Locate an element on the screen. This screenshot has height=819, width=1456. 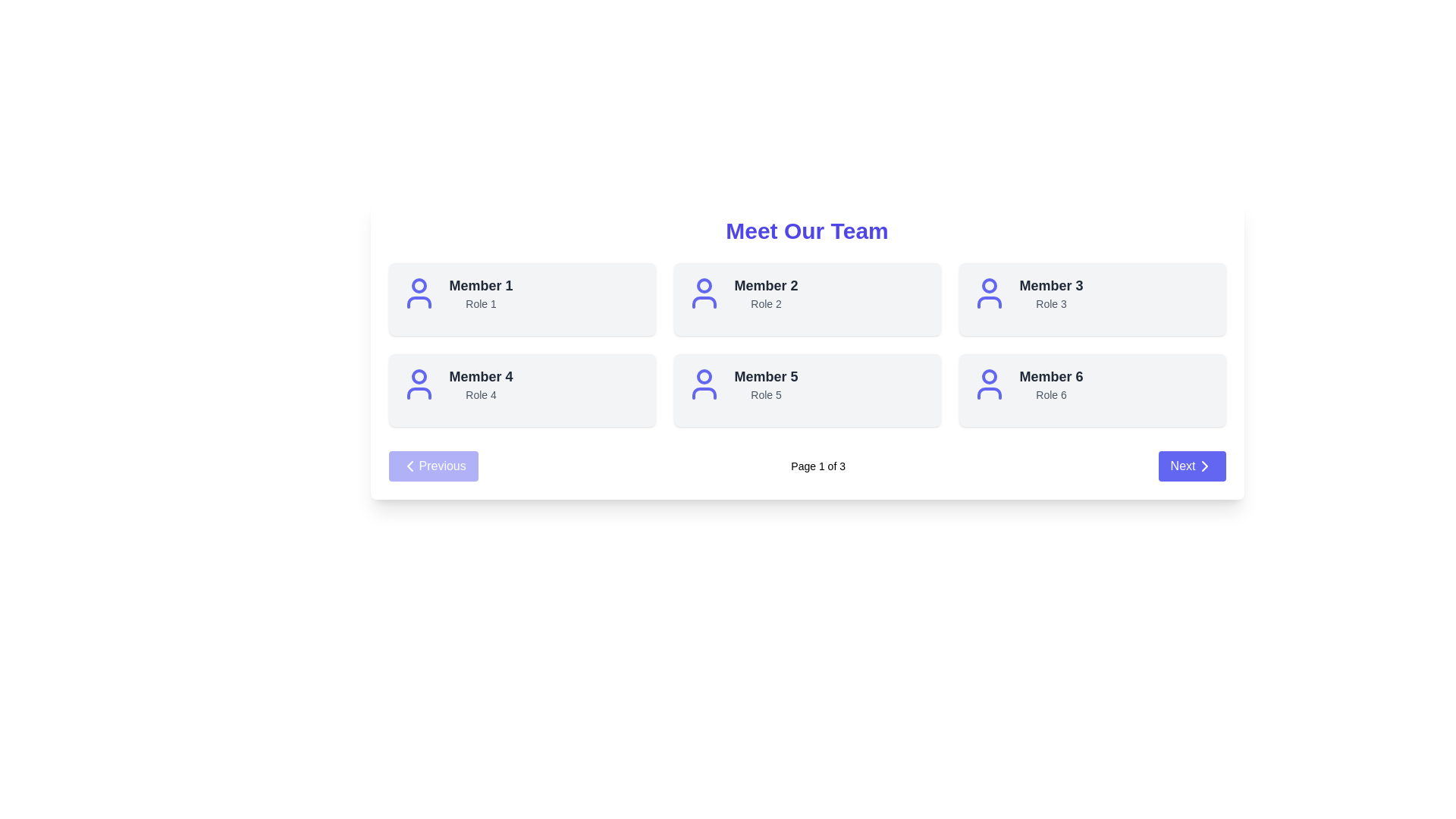
the SVG circle element representing the head of 'Member 5' in the user icon layout is located at coordinates (703, 376).